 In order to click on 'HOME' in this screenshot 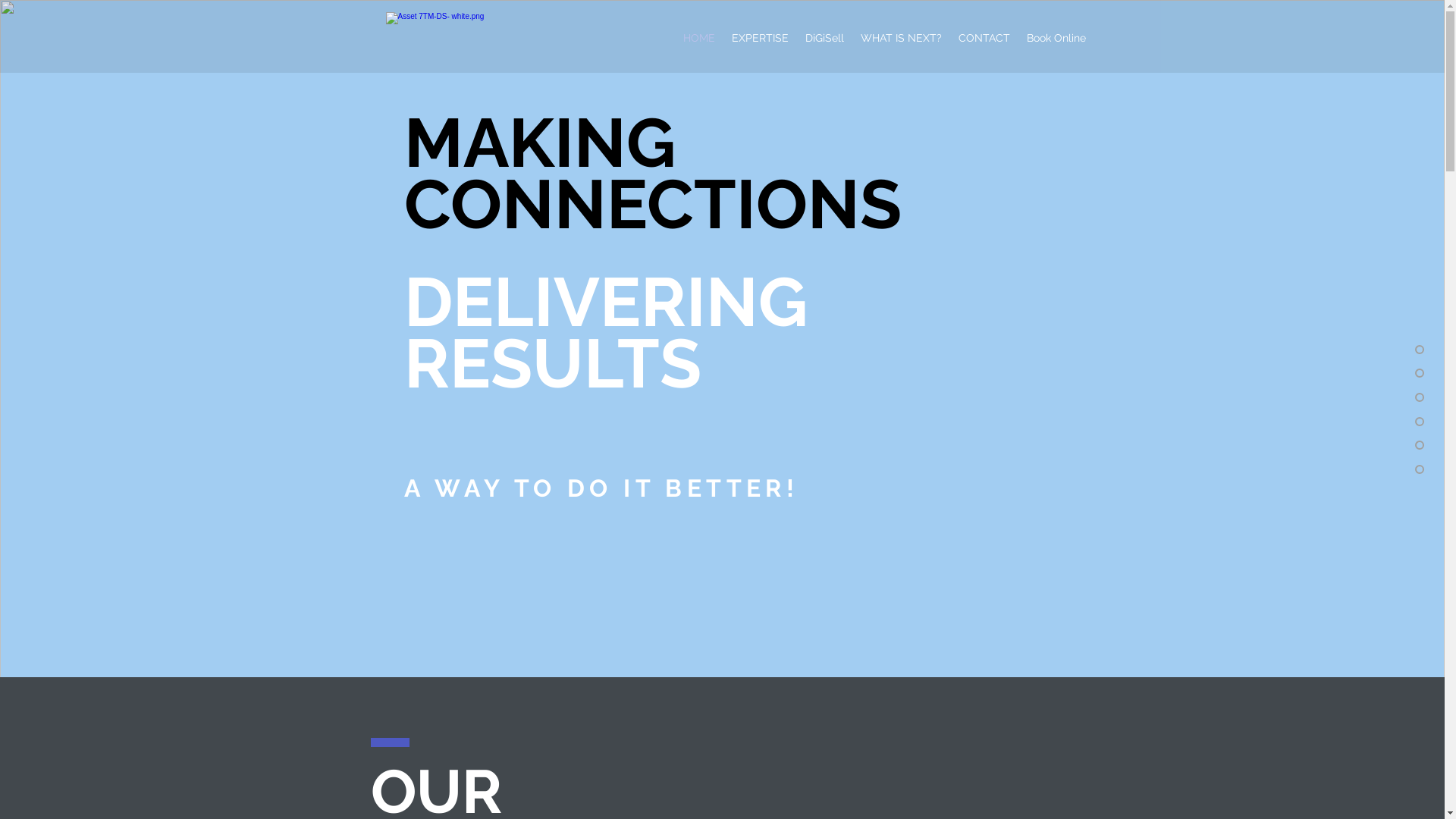, I will do `click(698, 37)`.